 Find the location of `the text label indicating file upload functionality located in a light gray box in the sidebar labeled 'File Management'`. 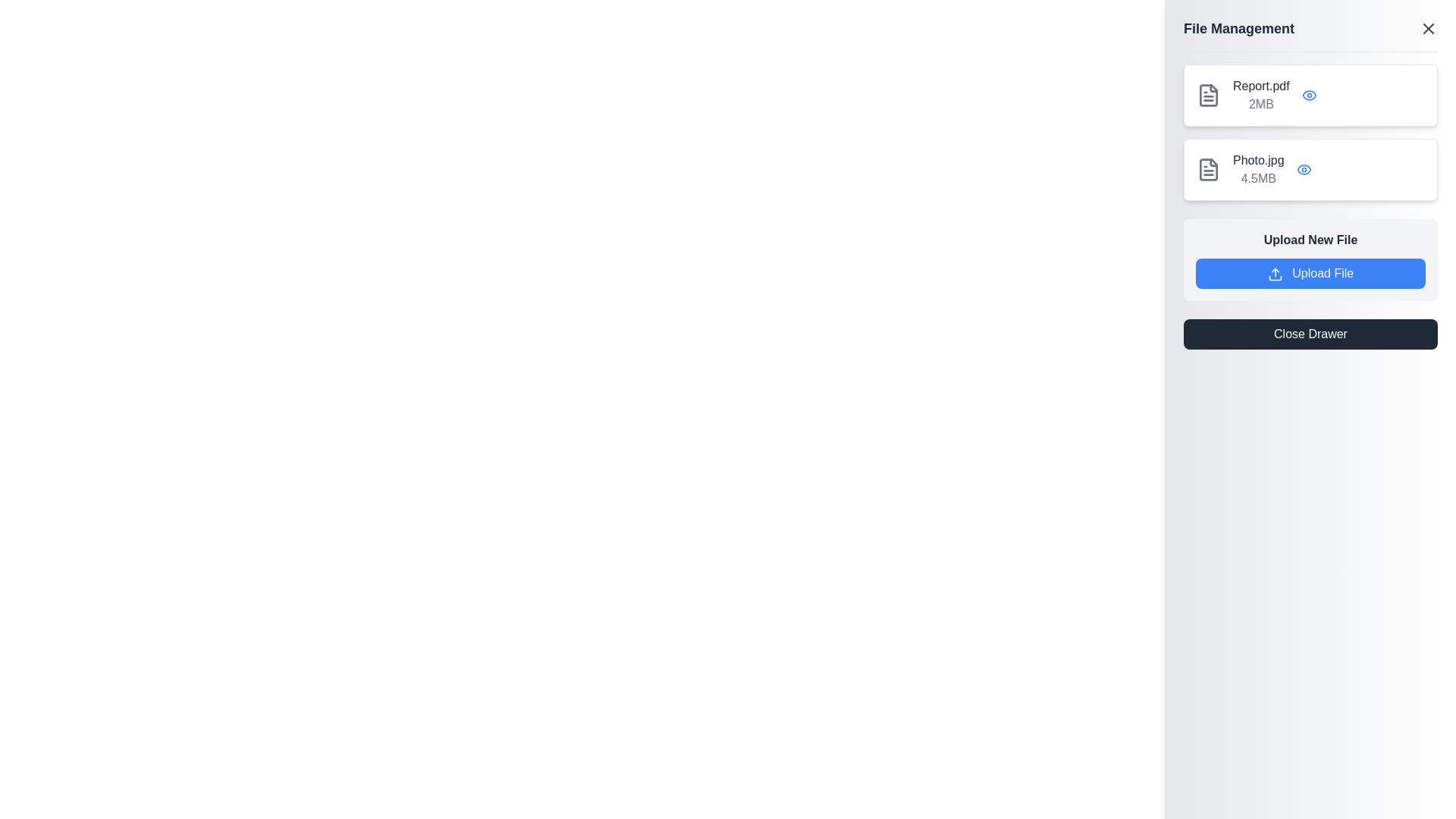

the text label indicating file upload functionality located in a light gray box in the sidebar labeled 'File Management' is located at coordinates (1310, 239).